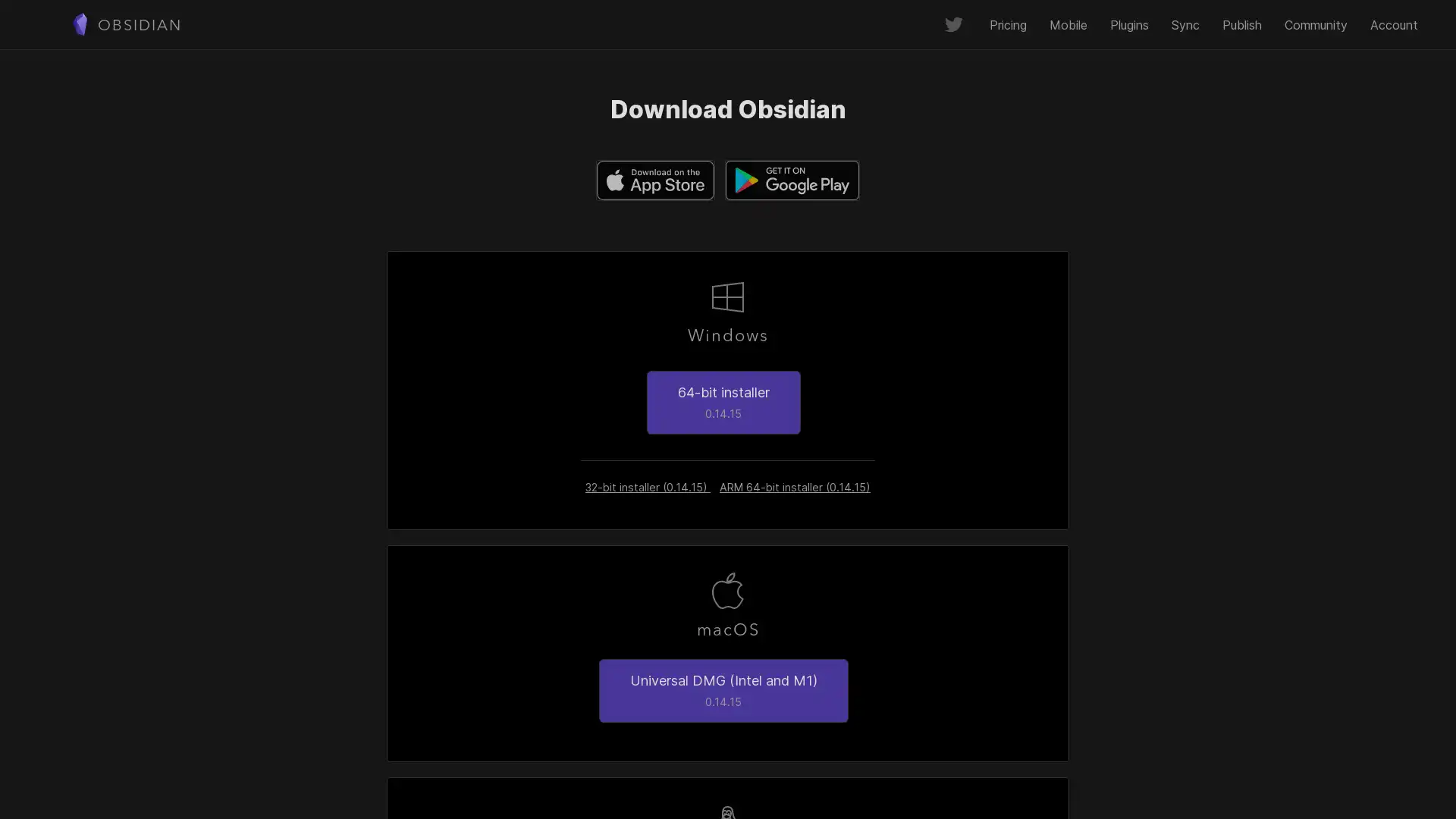 This screenshot has height=819, width=1456. What do you see at coordinates (722, 400) in the screenshot?
I see `64-bit installer 0.14.15` at bounding box center [722, 400].